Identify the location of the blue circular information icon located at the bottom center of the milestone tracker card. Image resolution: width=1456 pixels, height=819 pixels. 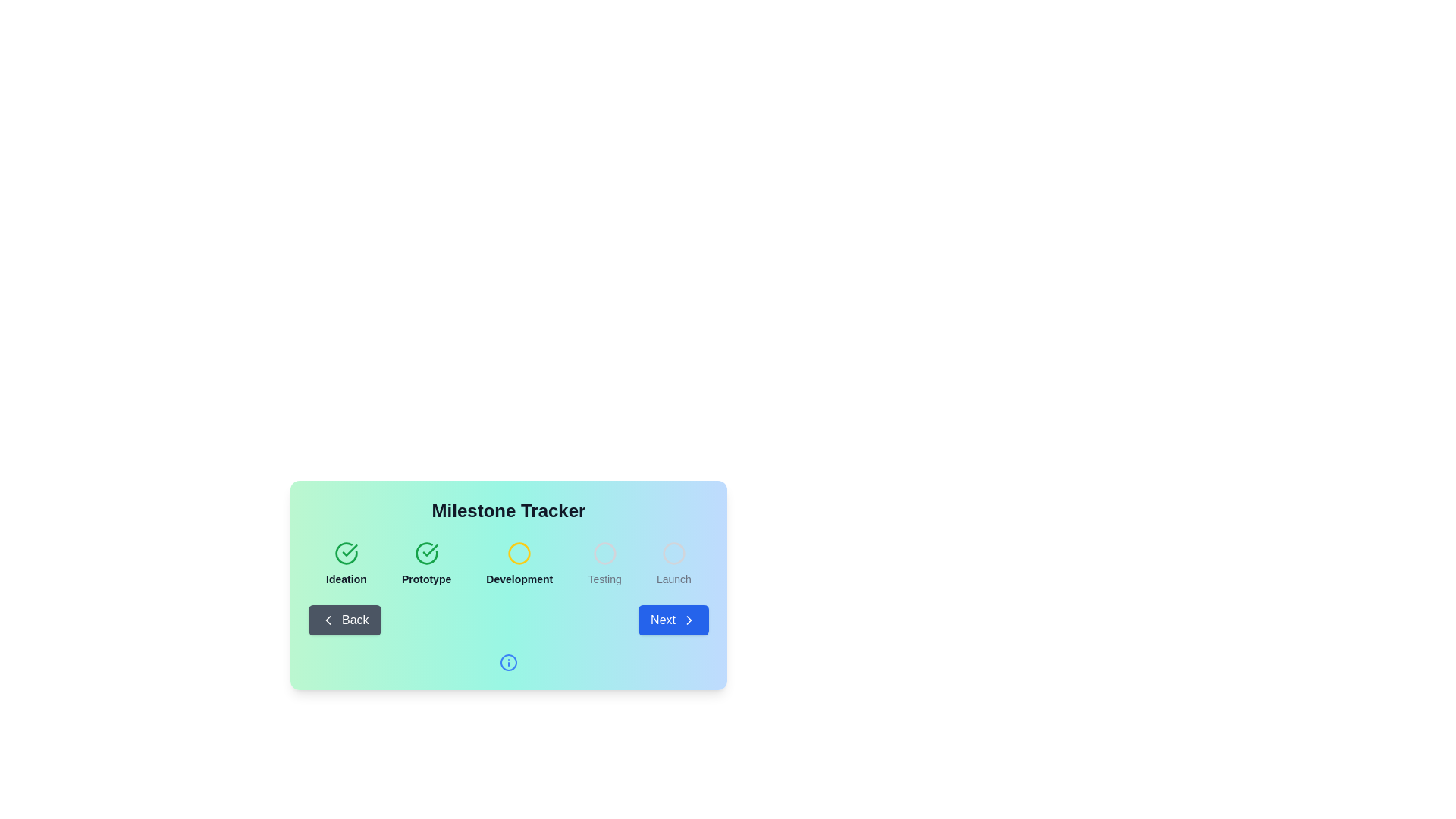
(509, 662).